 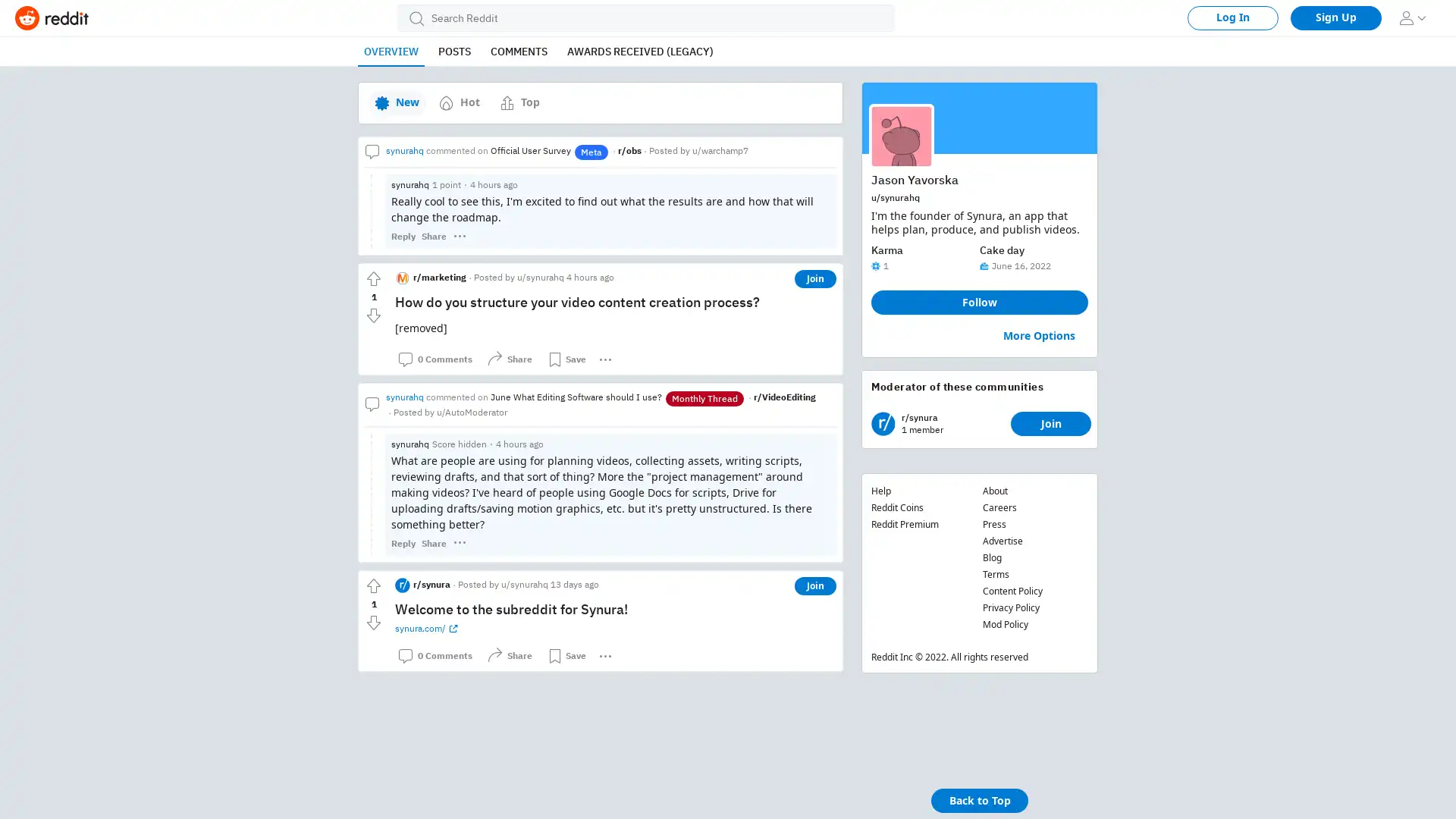 What do you see at coordinates (374, 622) in the screenshot?
I see `downvote` at bounding box center [374, 622].